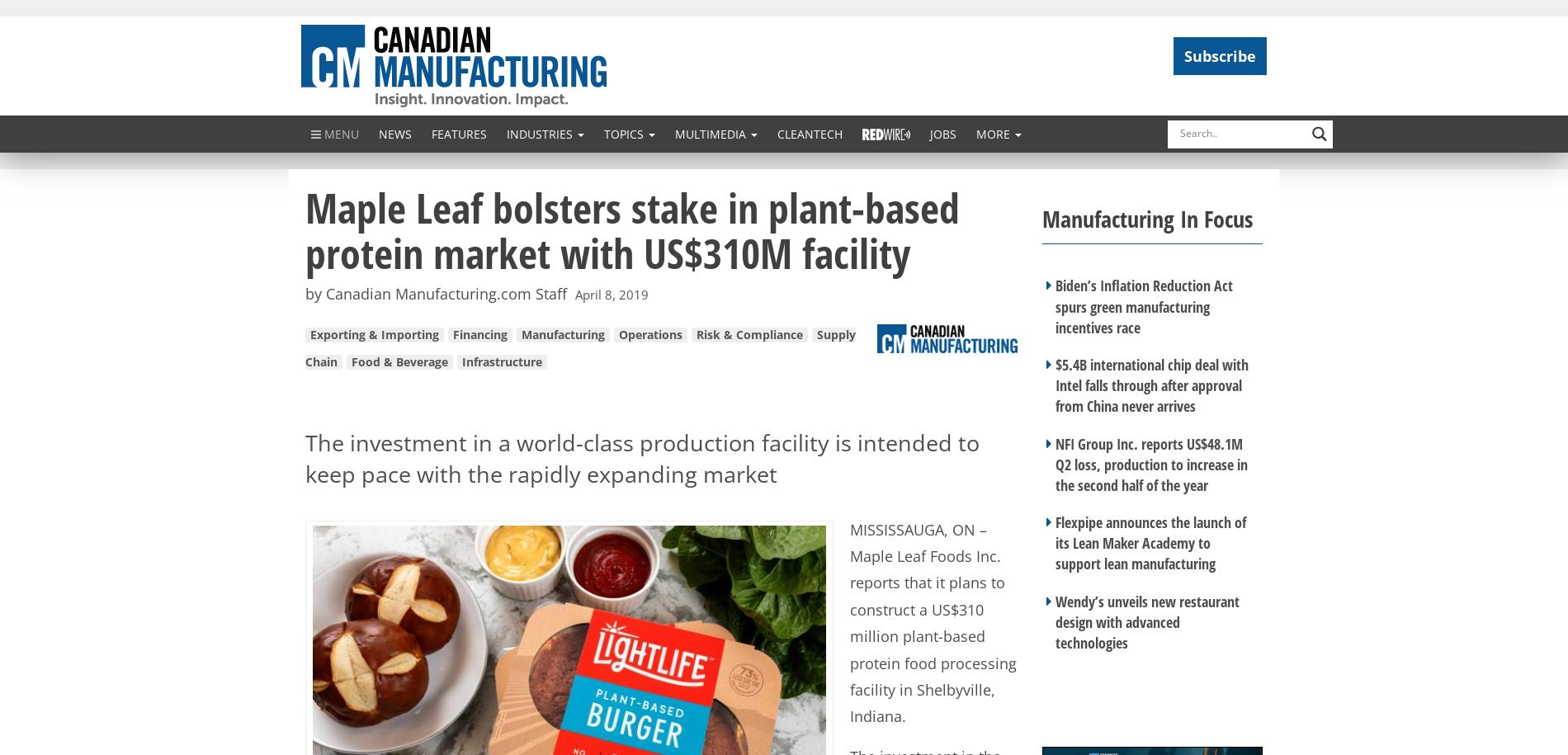  I want to click on 'Features', so click(459, 132).